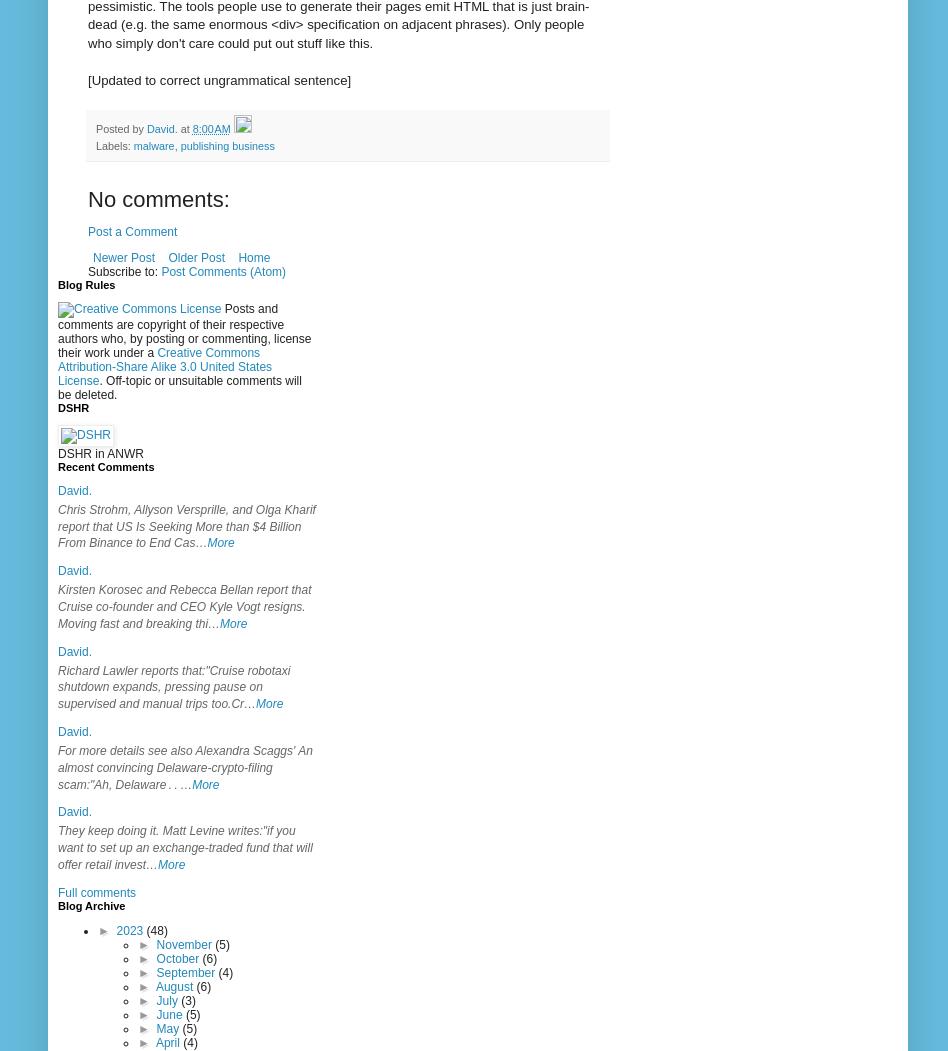 This screenshot has height=1051, width=948. I want to click on 'August', so click(174, 986).